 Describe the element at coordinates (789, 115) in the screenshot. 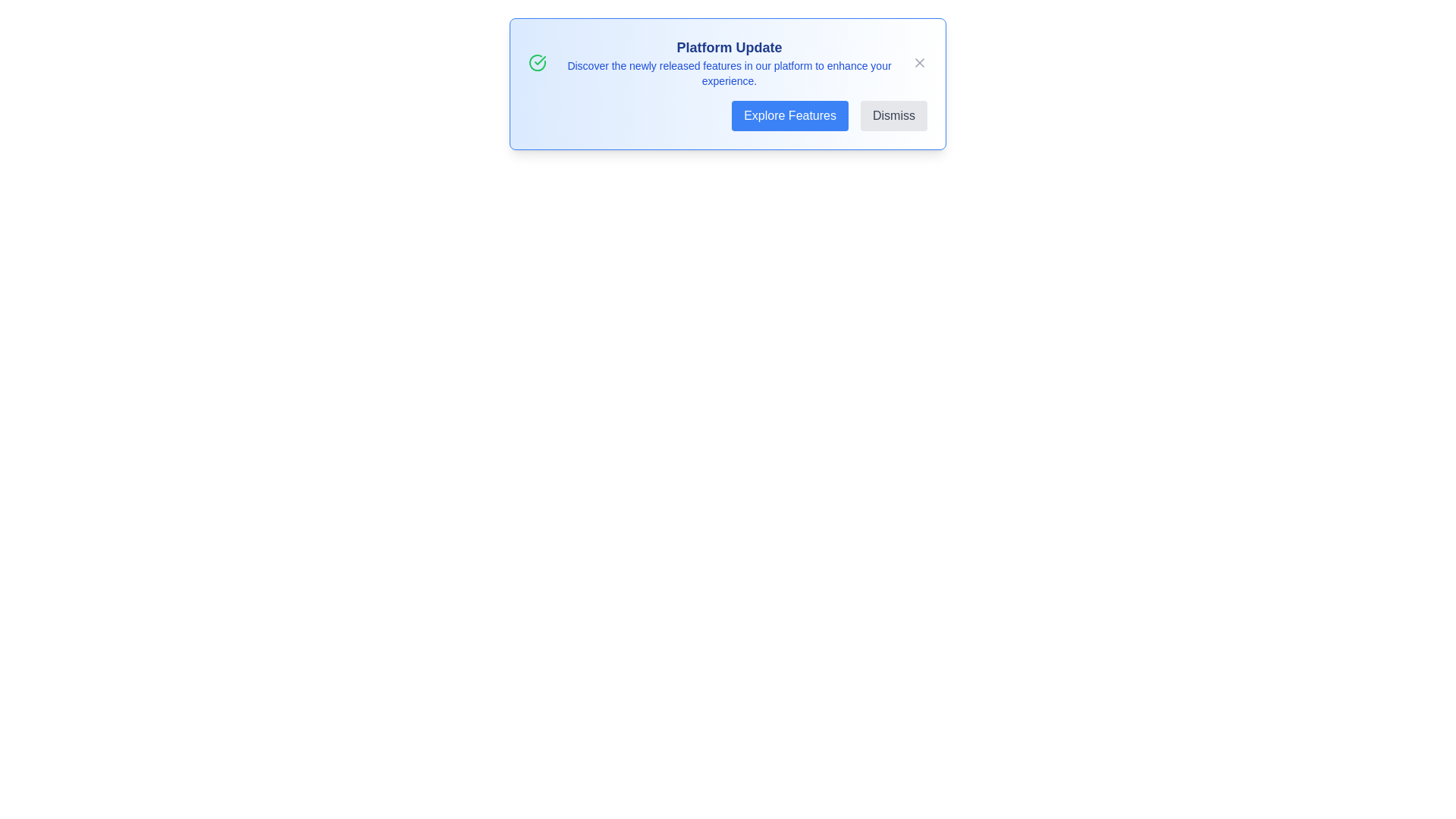

I see `the 'Explore Features' button` at that location.